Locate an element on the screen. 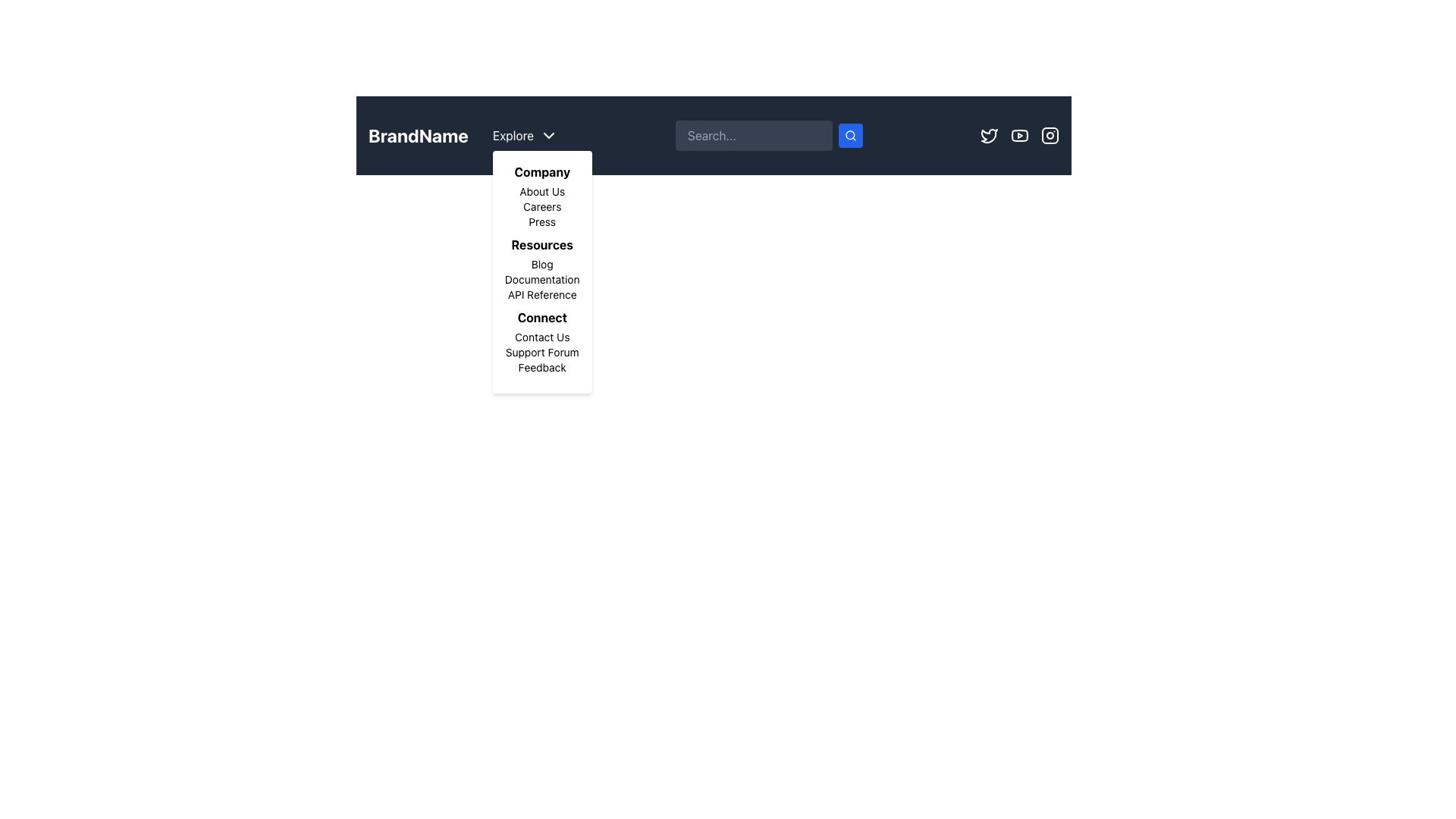  the 'Contact Us' text link located in the 'Connect' section of the dropdown menu is located at coordinates (542, 336).